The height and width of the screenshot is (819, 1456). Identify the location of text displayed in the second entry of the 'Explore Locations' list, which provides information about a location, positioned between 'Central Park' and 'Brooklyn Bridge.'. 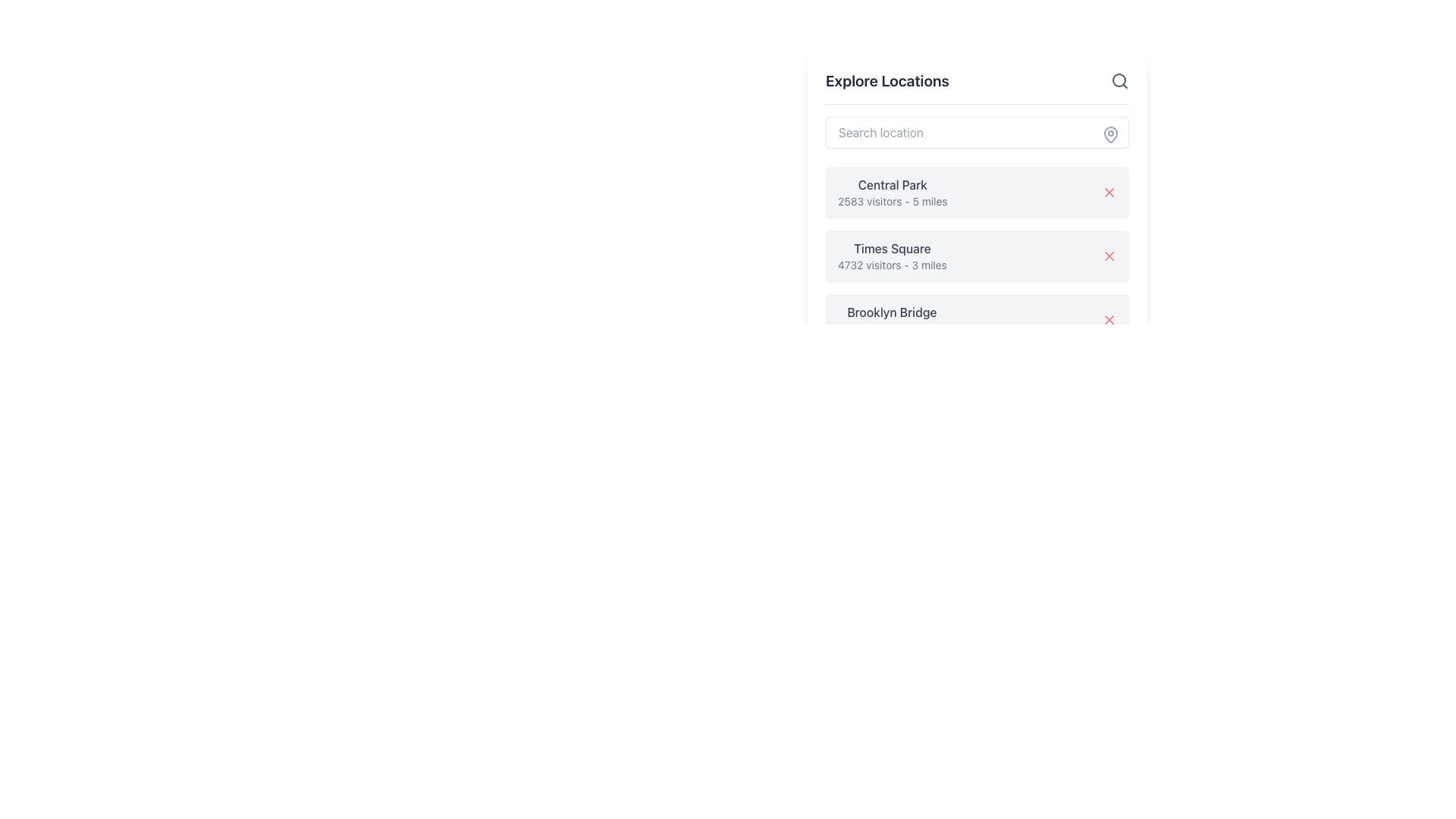
(892, 256).